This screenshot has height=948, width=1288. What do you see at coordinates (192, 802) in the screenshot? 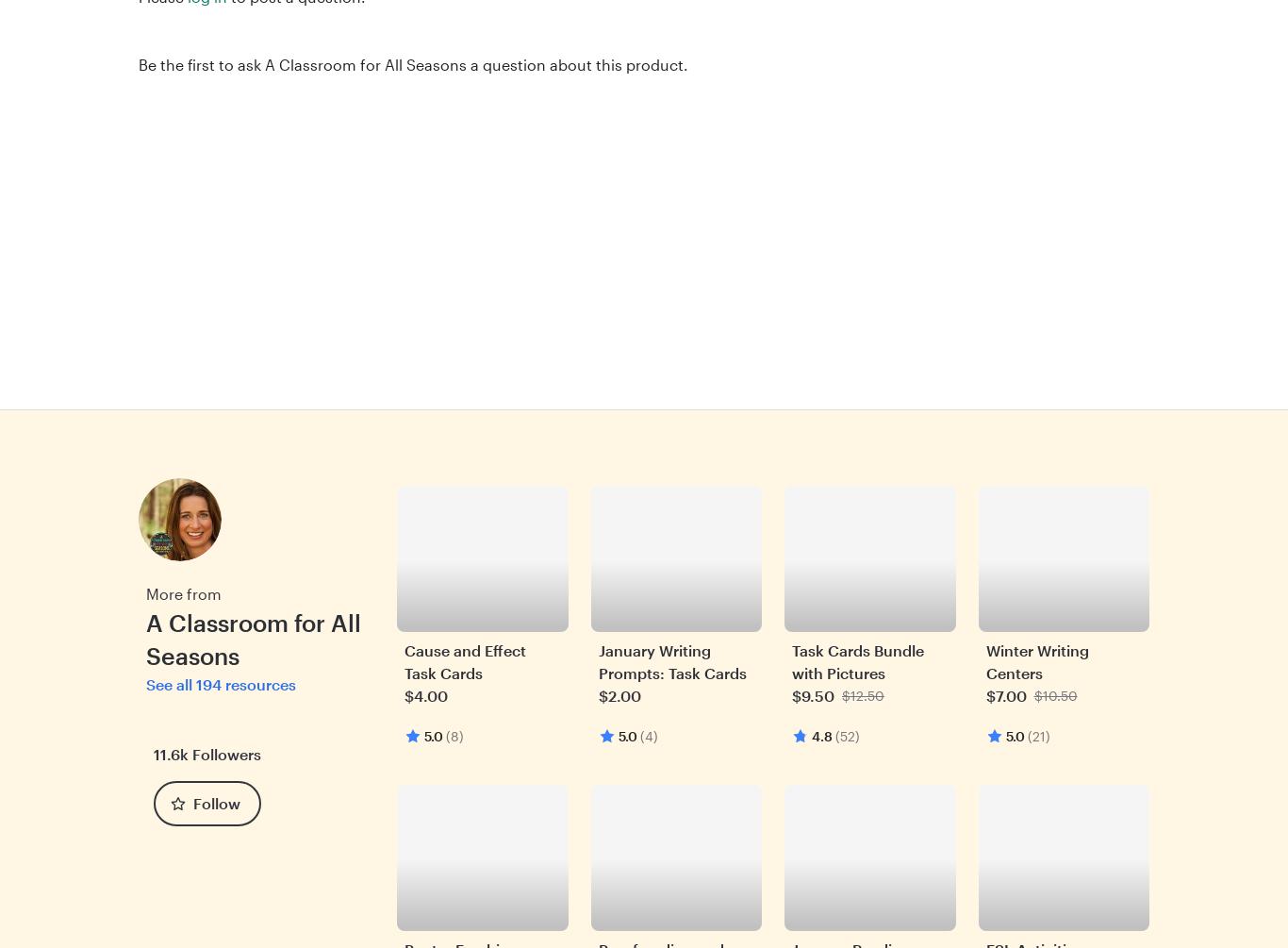
I see `'Follow'` at bounding box center [192, 802].